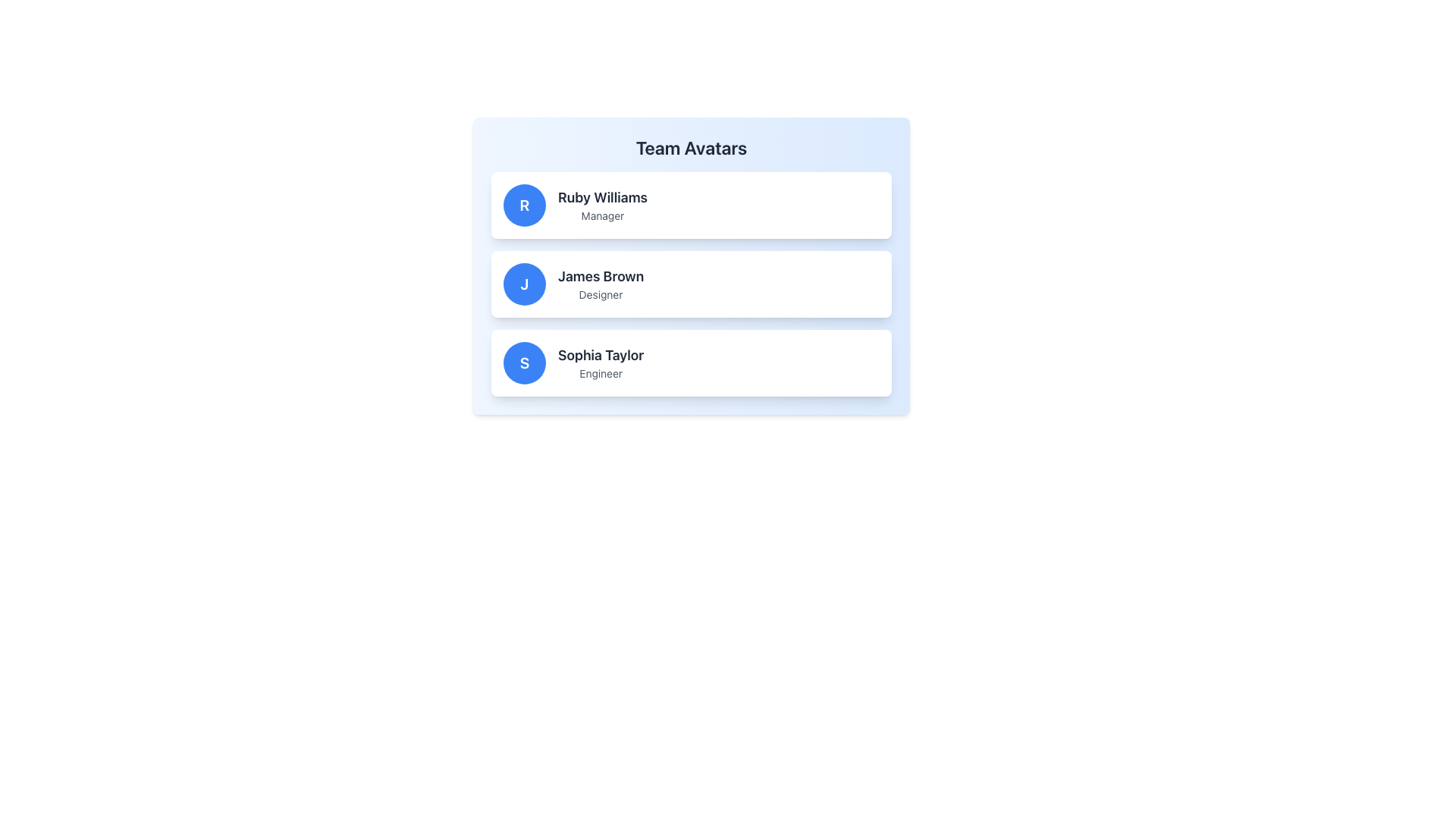  What do you see at coordinates (600, 374) in the screenshot?
I see `the static text label displaying 'Engineer' located below 'Sophia Taylor' in the 'Team Avatars' section` at bounding box center [600, 374].